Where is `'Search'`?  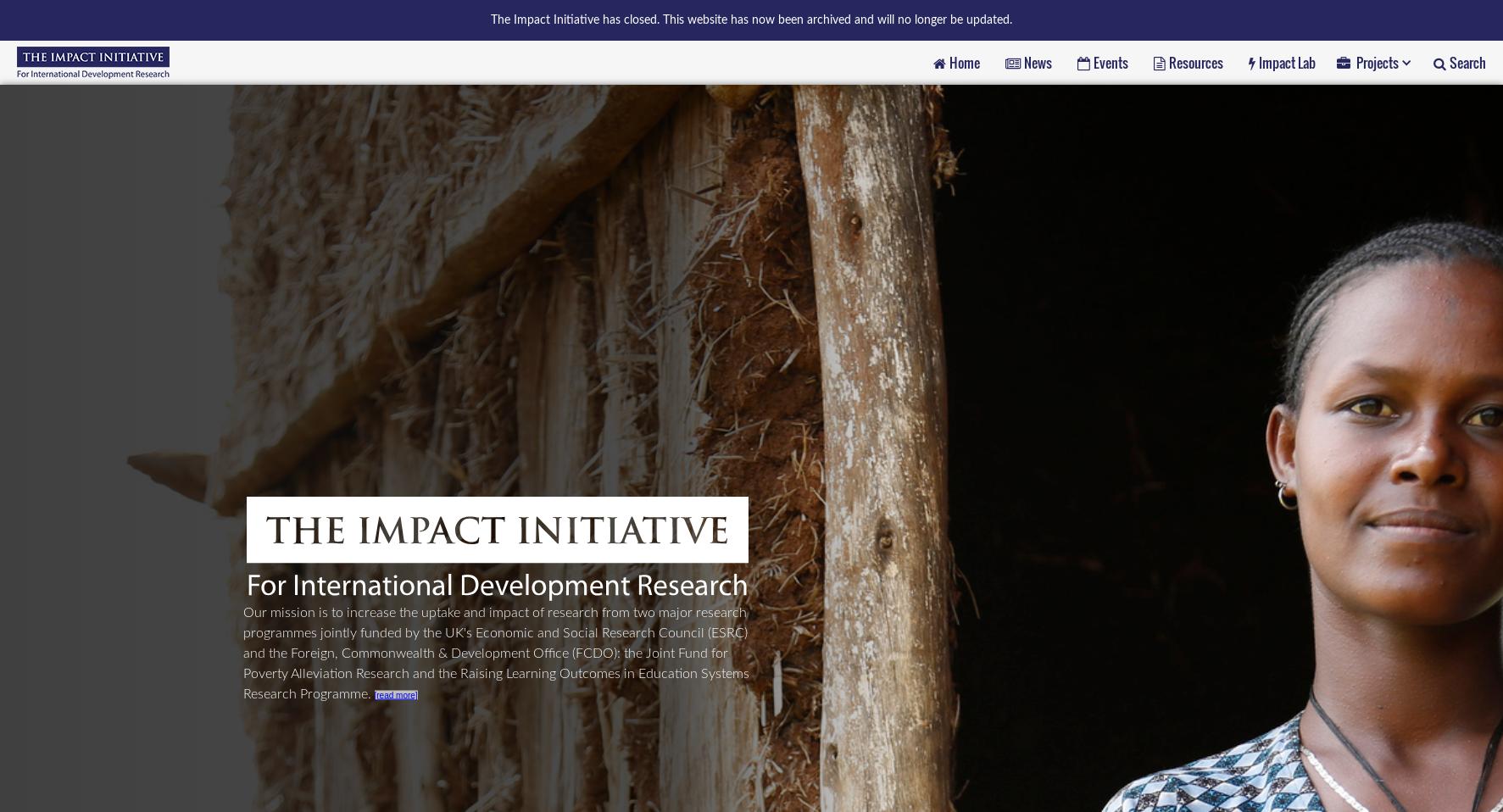
'Search' is located at coordinates (1467, 60).